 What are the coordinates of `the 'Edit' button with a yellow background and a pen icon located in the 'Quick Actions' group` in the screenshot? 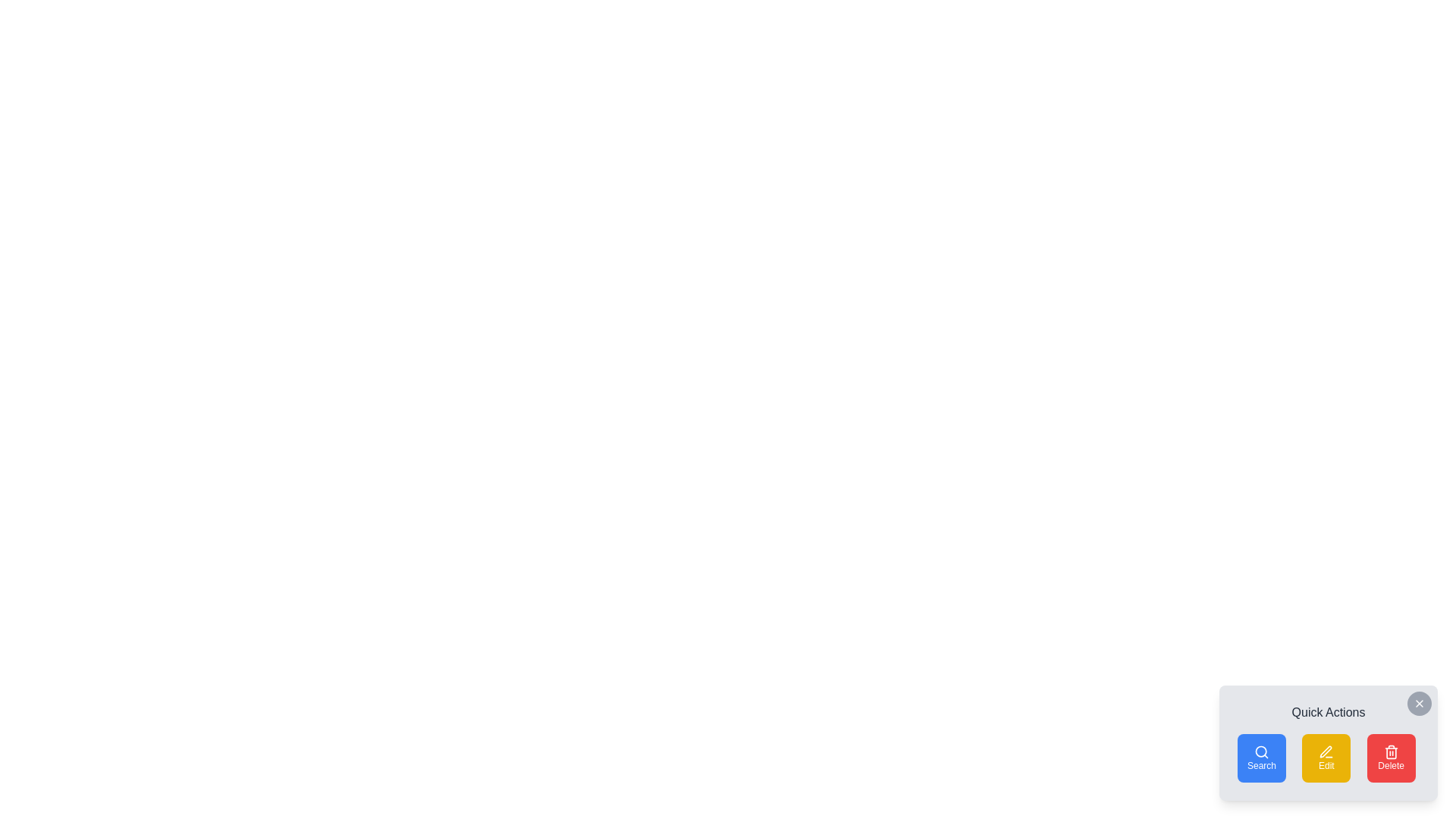 It's located at (1326, 758).